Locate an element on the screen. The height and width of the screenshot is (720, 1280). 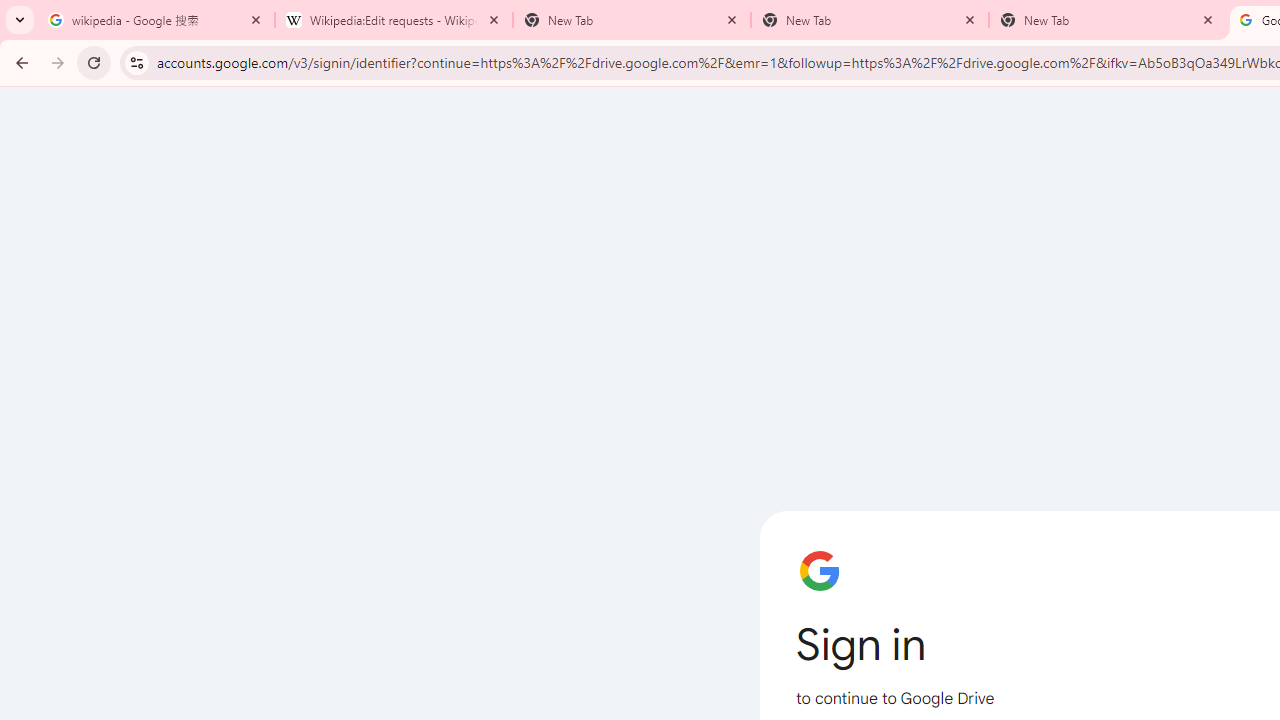
'New Tab' is located at coordinates (1107, 20).